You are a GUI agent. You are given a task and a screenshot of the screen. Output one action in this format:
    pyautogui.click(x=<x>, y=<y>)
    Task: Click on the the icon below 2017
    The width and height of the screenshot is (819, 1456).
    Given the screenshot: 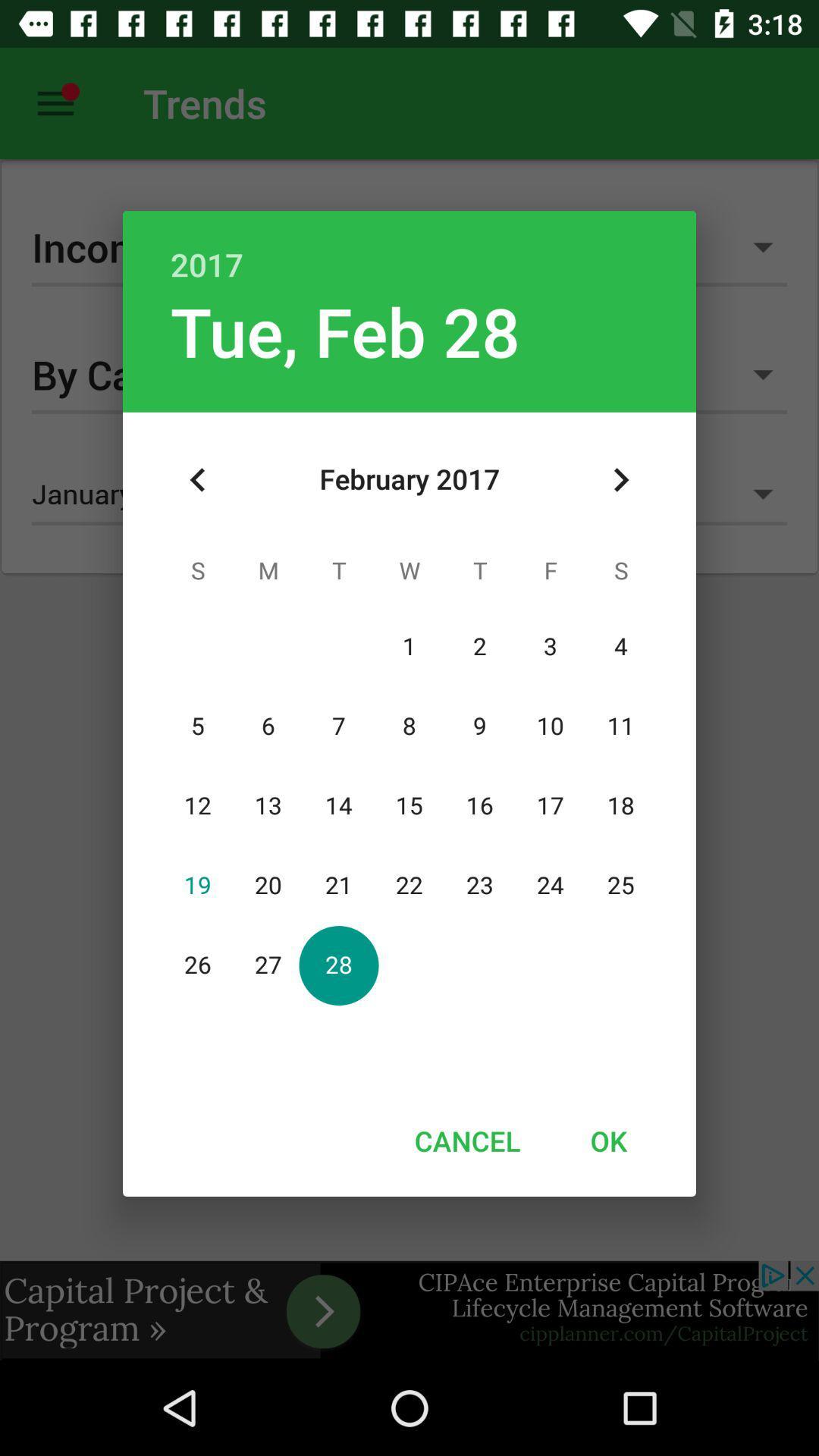 What is the action you would take?
    pyautogui.click(x=345, y=330)
    